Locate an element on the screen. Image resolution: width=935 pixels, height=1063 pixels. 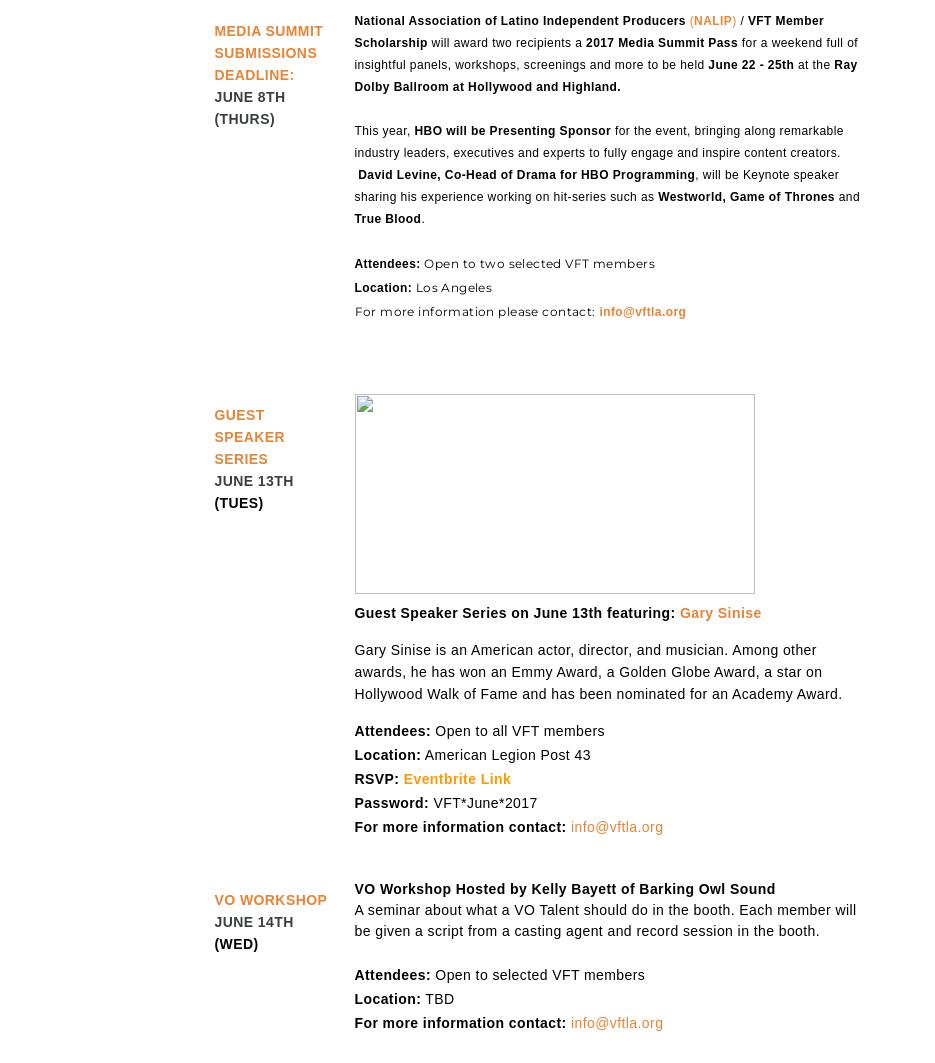
'Eventbrite Link' is located at coordinates (456, 777).